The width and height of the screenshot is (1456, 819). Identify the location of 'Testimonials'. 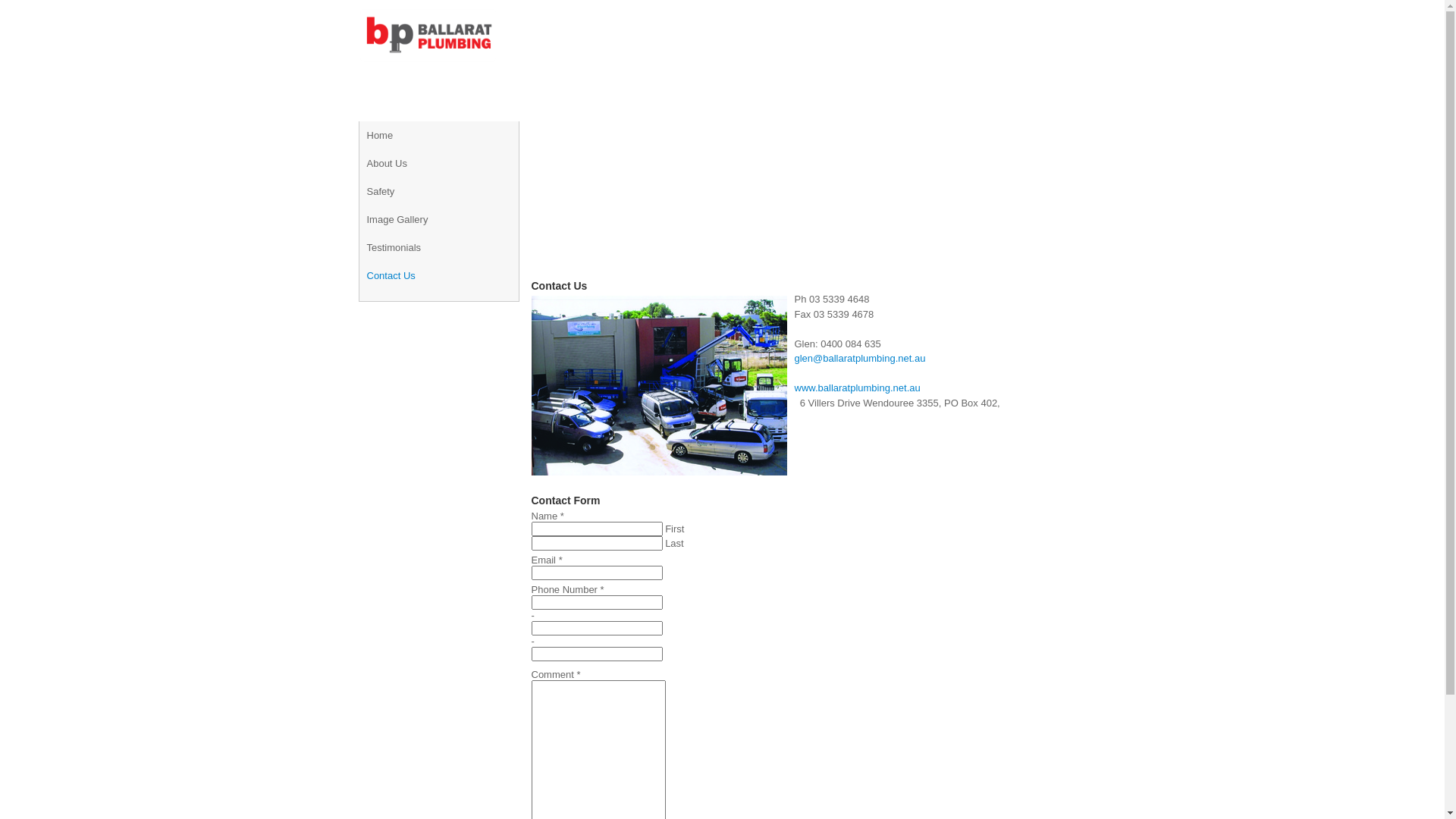
(367, 246).